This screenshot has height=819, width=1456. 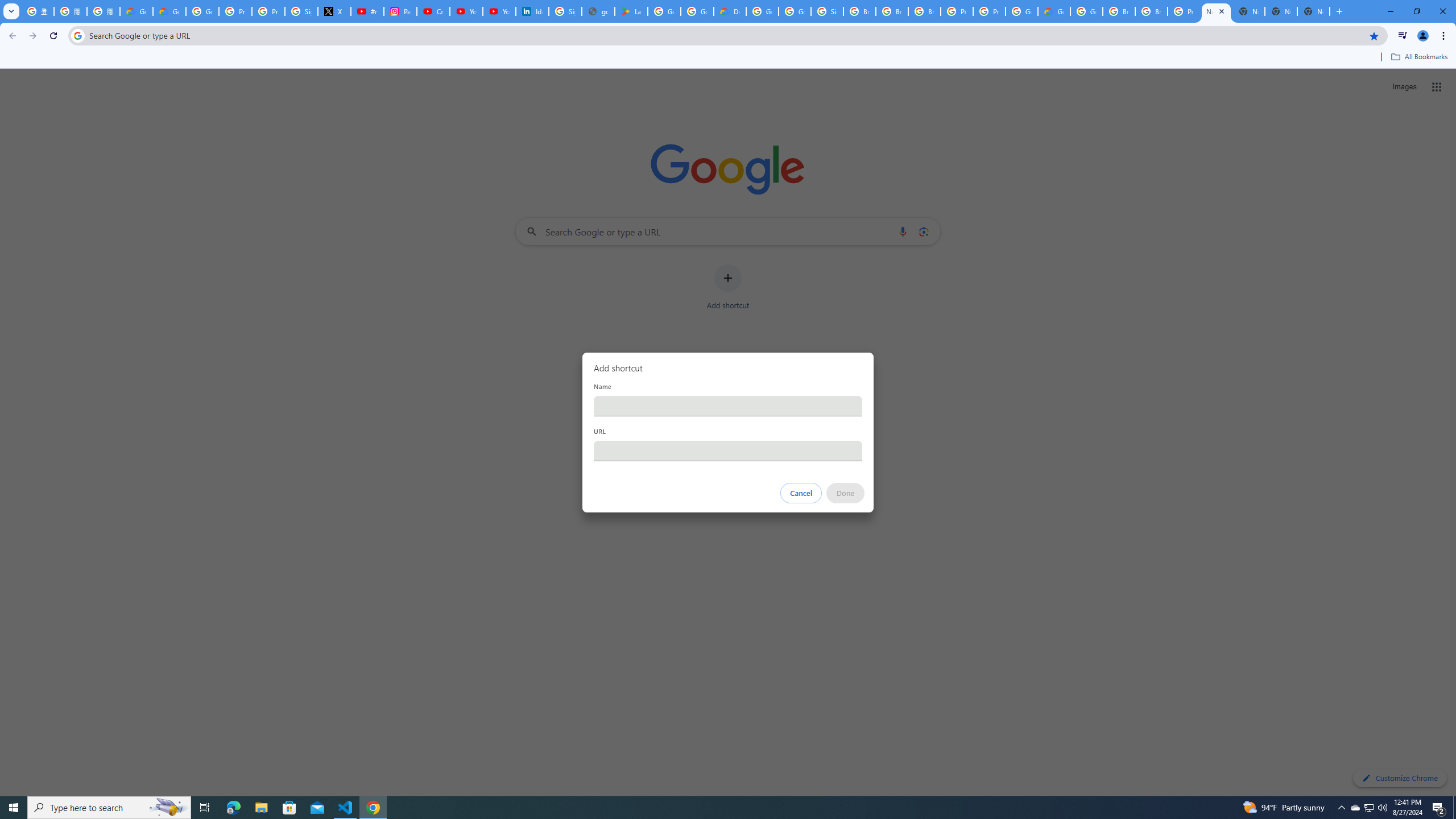 What do you see at coordinates (1053, 11) in the screenshot?
I see `'Google Cloud Estimate Summary'` at bounding box center [1053, 11].